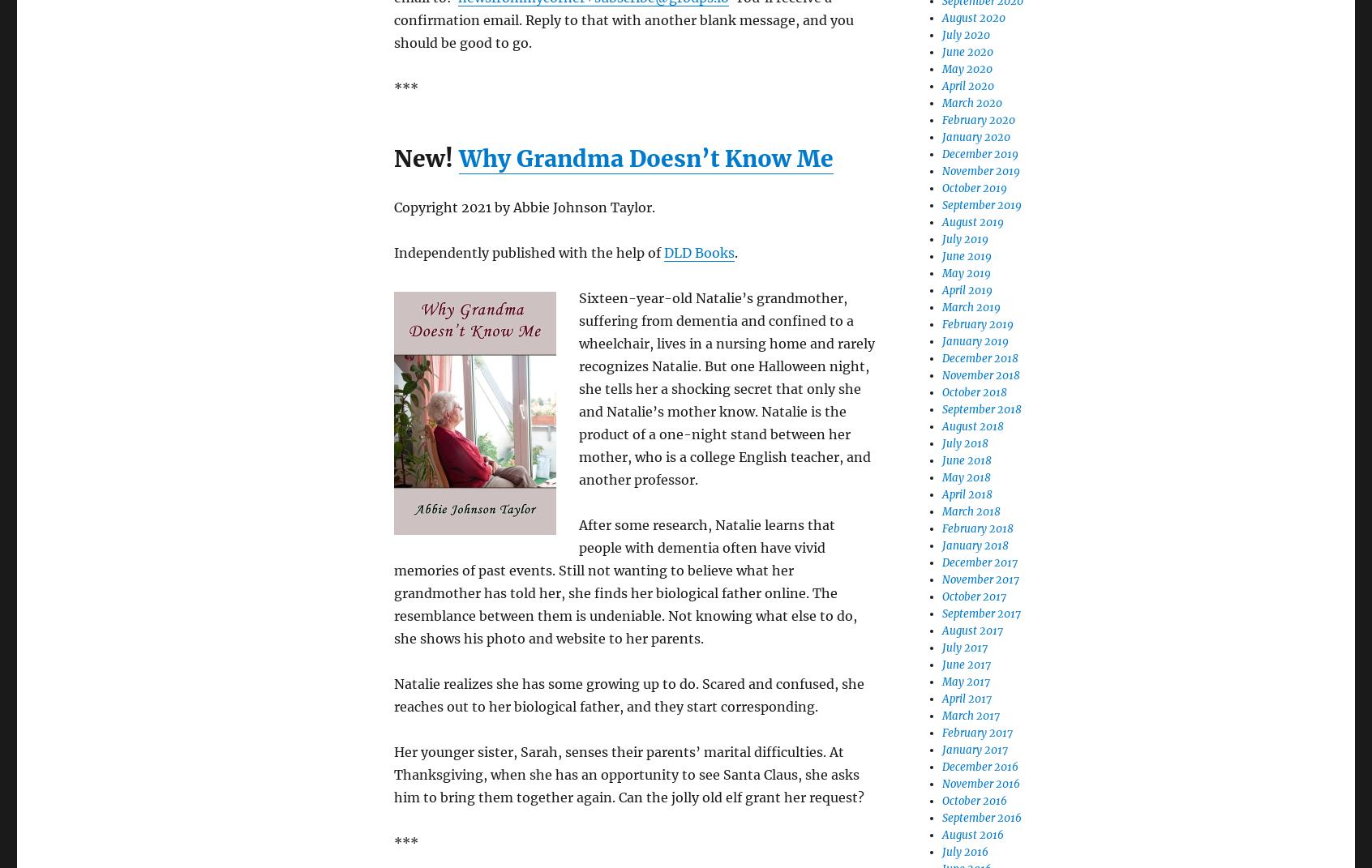  Describe the element at coordinates (624, 581) in the screenshot. I see `'After some research, Natalie learns that people with dementia often have vivid memories of past events. Still not wanting to believe what her grandmother has told her, she finds her biological father online. The resemblance between them is undeniable. Not knowing what else to do, she shows his photo and website to her parents.'` at that location.